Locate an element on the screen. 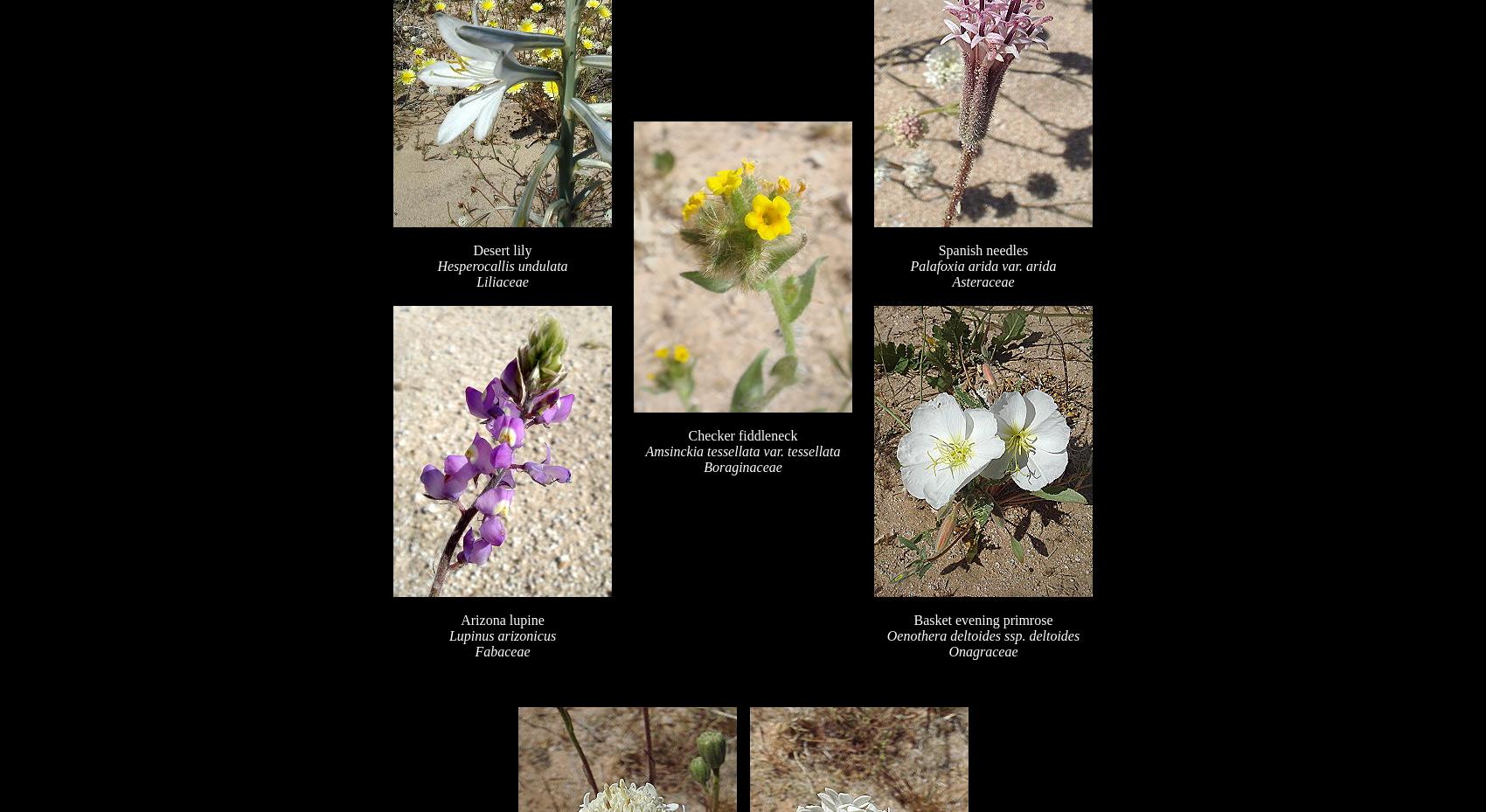  'Basket evening primrose' is located at coordinates (912, 620).